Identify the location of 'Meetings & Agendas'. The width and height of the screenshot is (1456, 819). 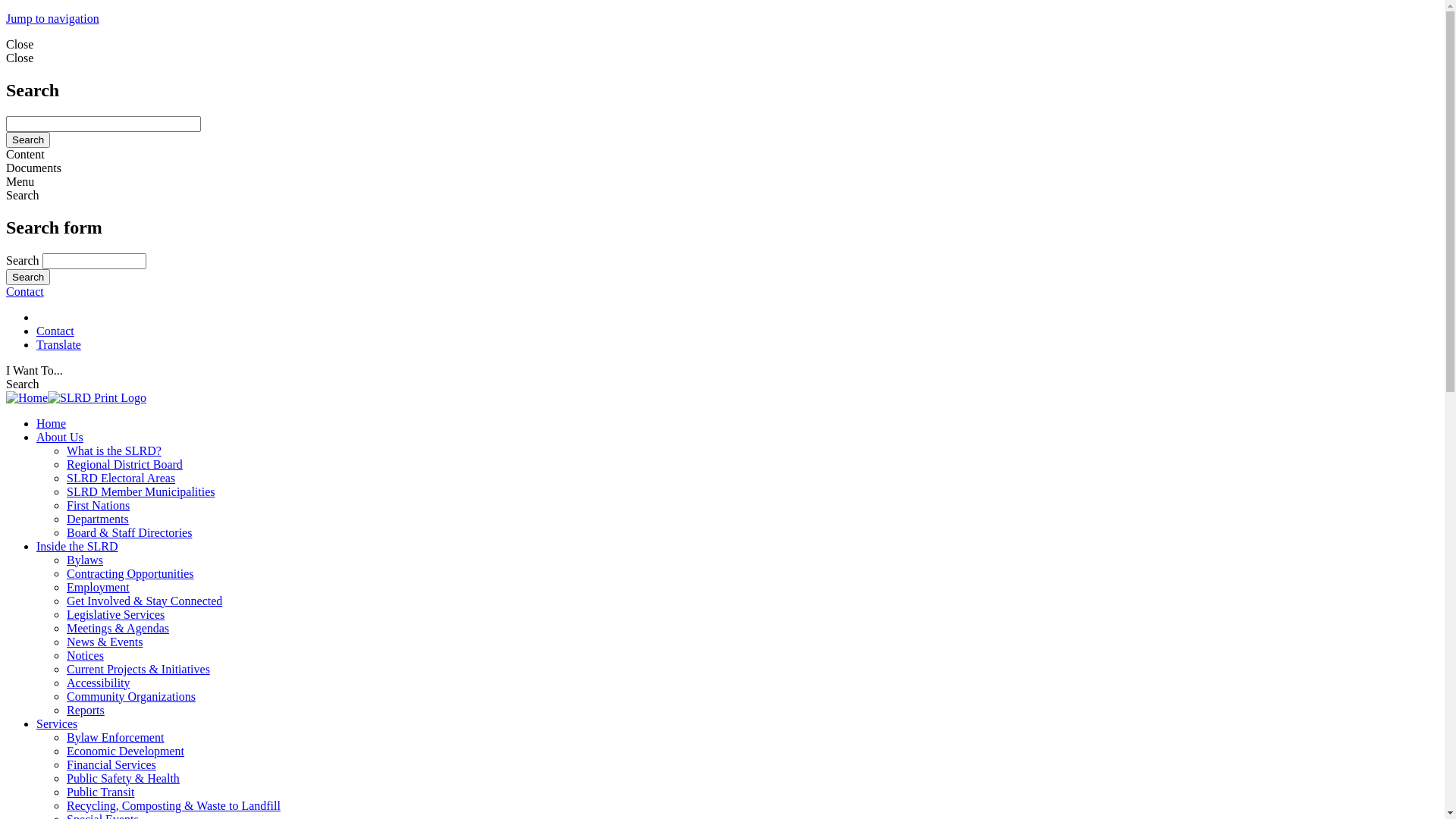
(117, 628).